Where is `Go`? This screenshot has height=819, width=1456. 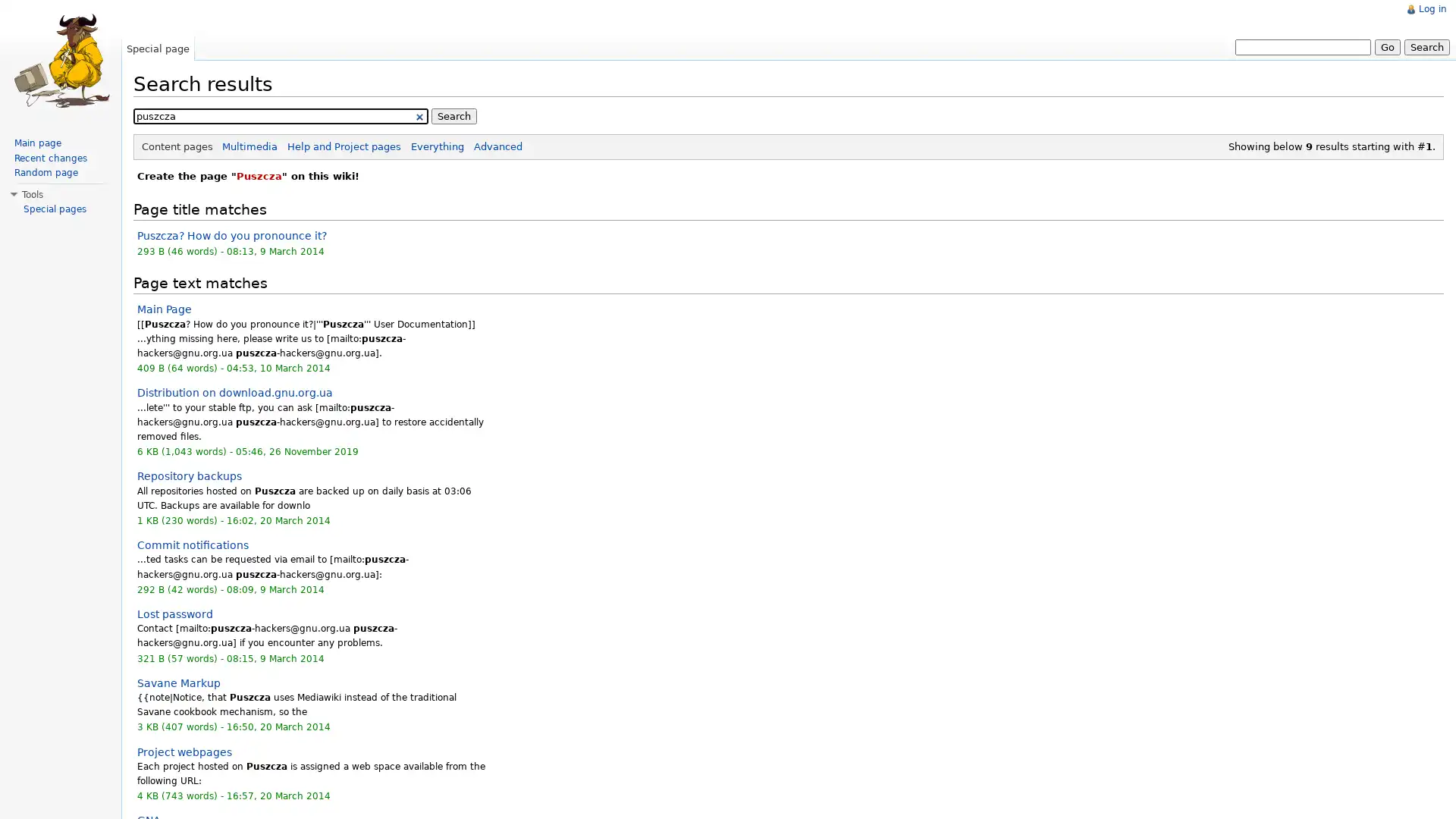
Go is located at coordinates (1387, 45).